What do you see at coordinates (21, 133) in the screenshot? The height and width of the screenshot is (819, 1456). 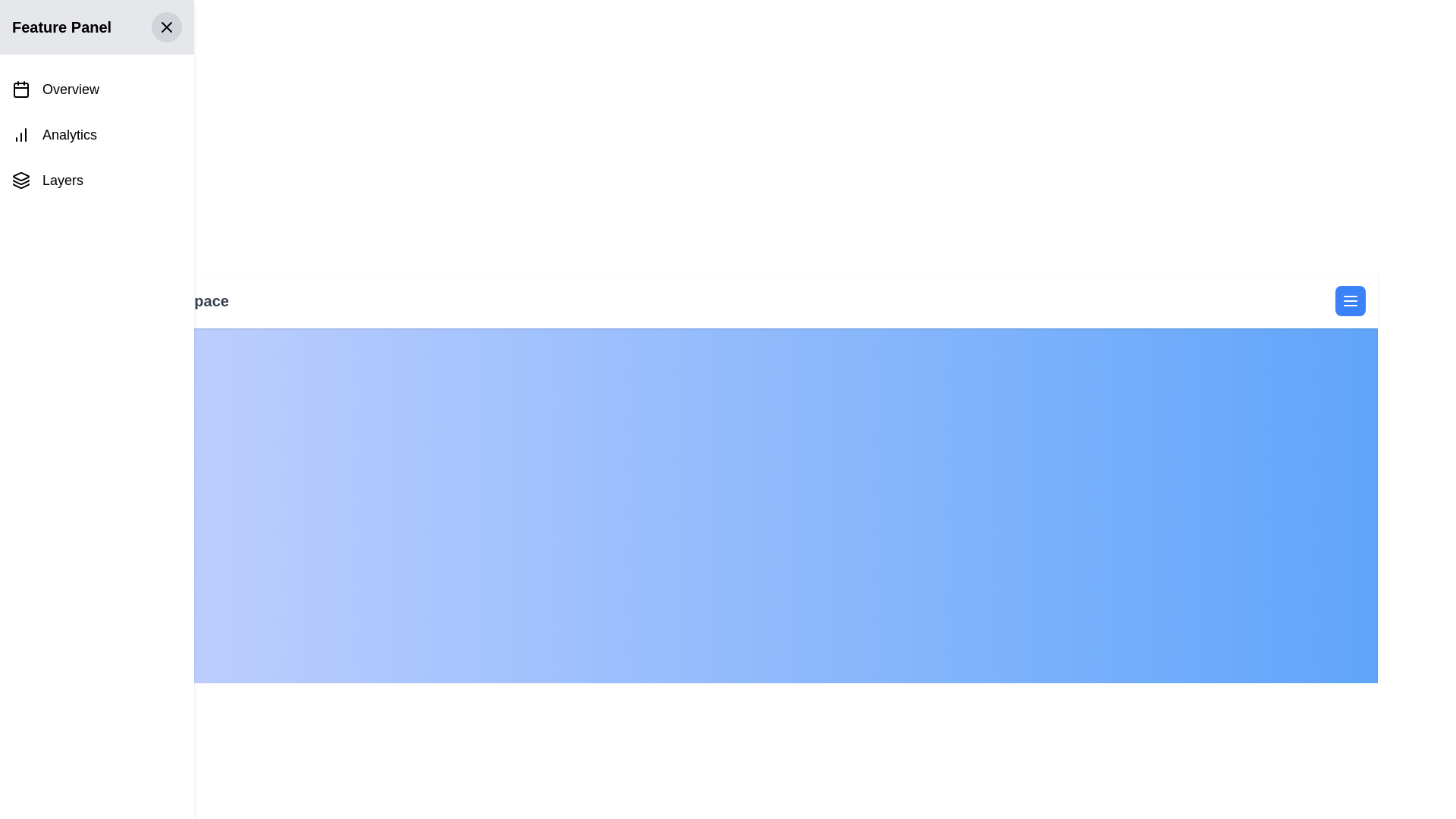 I see `the vertical column chart icon located in the 'Analytics' section, positioned to the left of the 'Analytics' label` at bounding box center [21, 133].